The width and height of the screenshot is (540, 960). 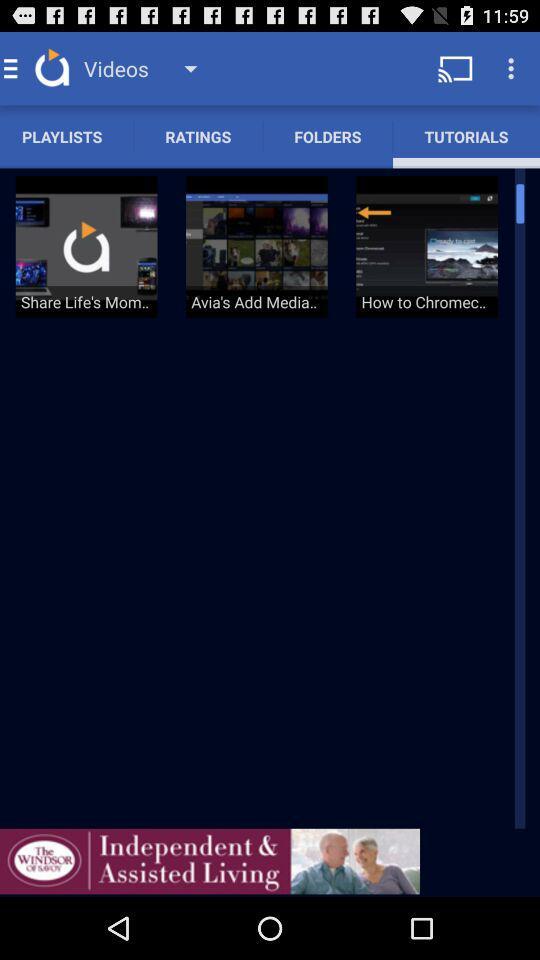 What do you see at coordinates (209, 860) in the screenshot?
I see `advertisement page` at bounding box center [209, 860].